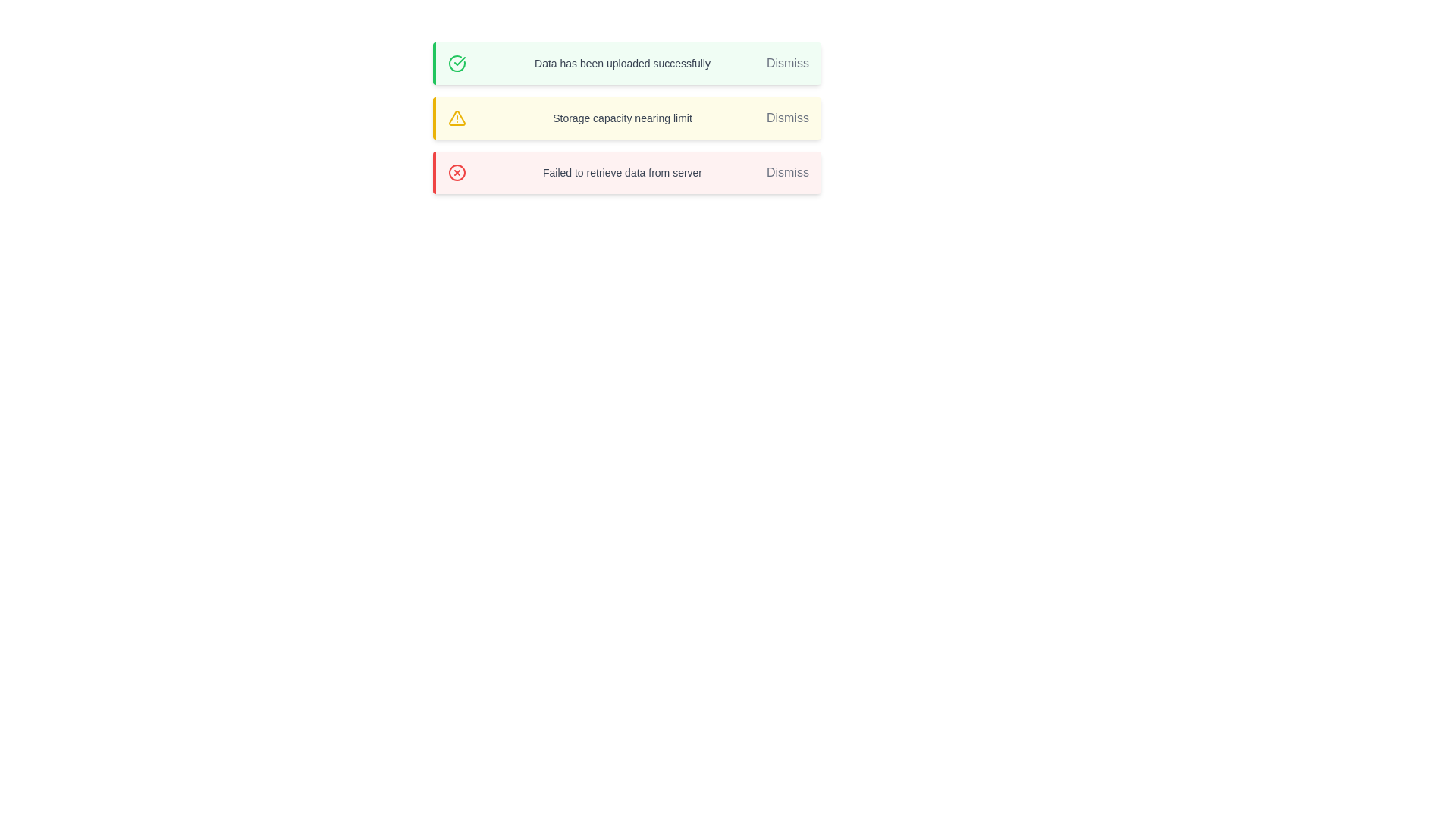 The height and width of the screenshot is (819, 1456). What do you see at coordinates (787, 63) in the screenshot?
I see `dismiss button for the alert with the message 'Data has been uploaded successfully'` at bounding box center [787, 63].